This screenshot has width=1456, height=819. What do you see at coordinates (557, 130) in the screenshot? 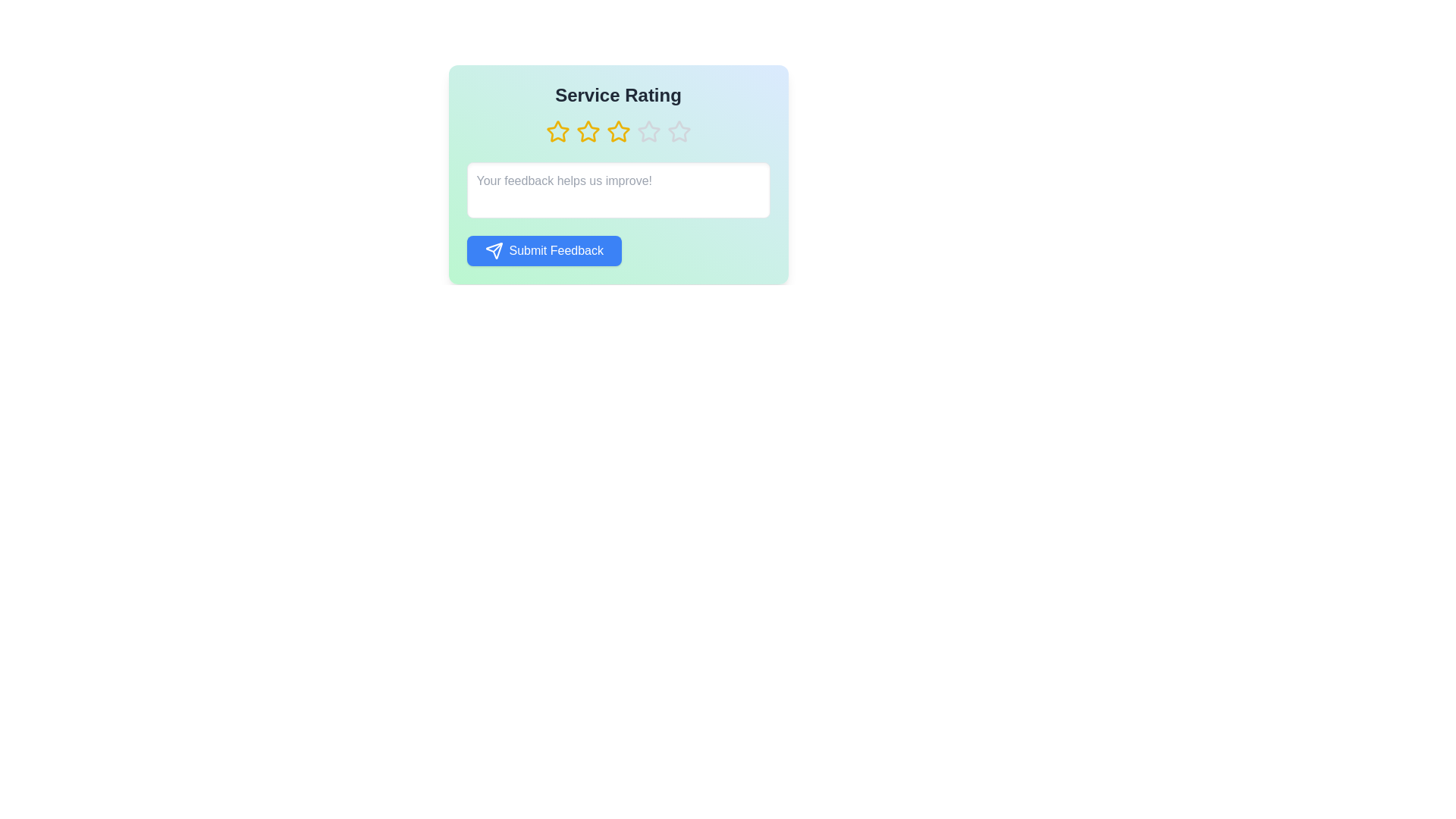
I see `the first star-shaped rating icon with a golden yellow outline` at bounding box center [557, 130].